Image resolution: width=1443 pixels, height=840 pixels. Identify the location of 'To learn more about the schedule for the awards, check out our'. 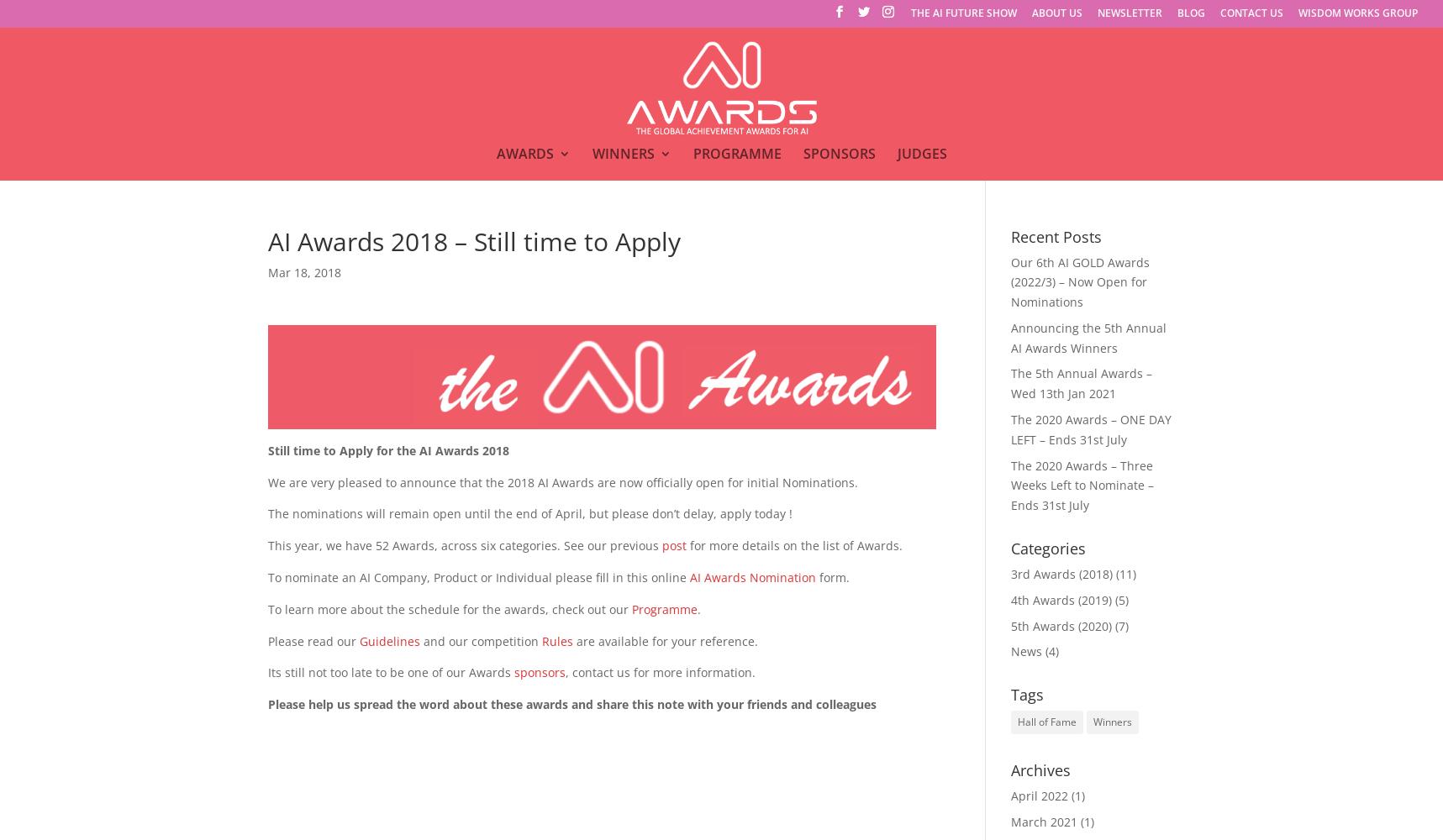
(449, 607).